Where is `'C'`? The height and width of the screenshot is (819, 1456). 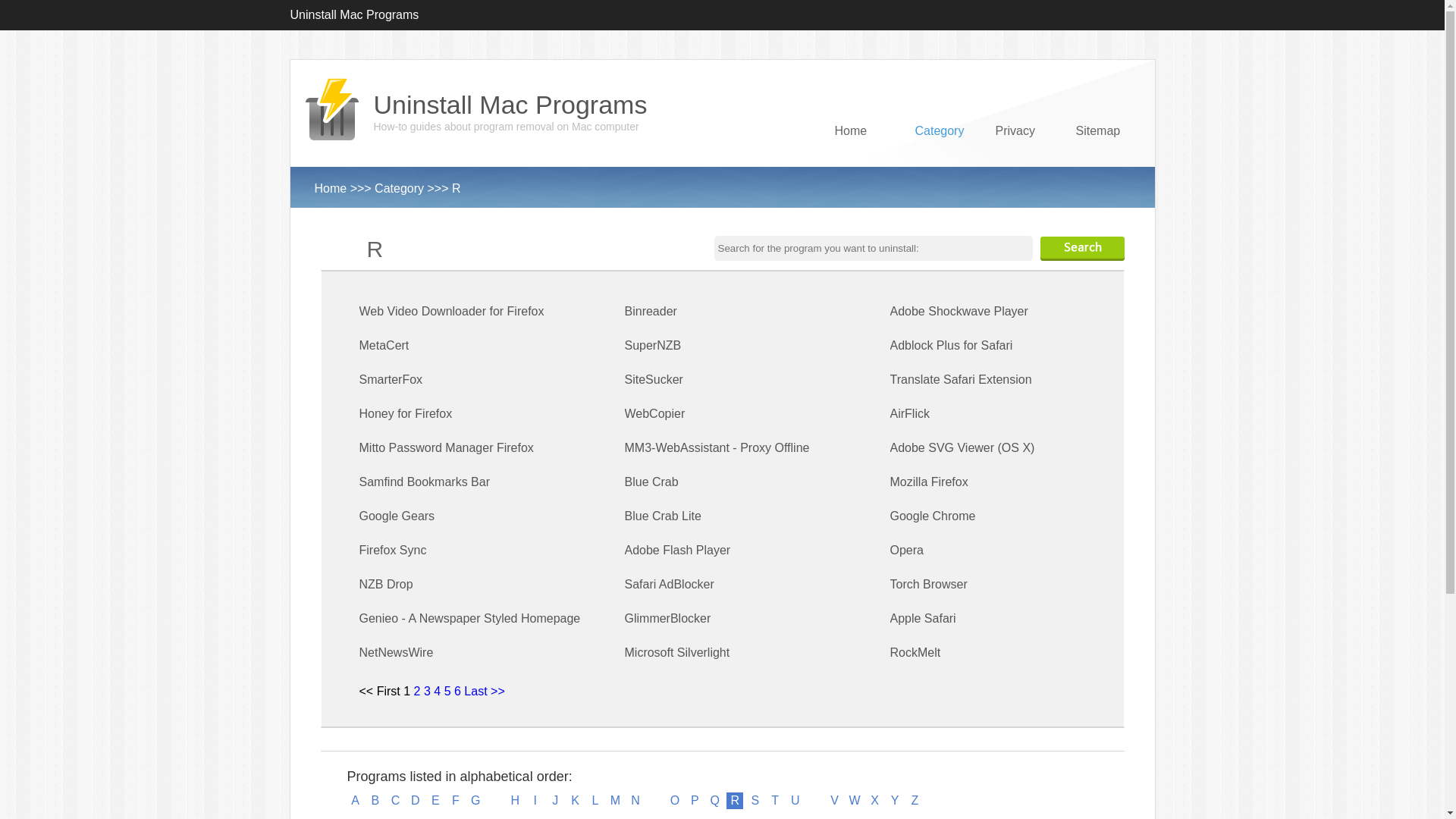
'C' is located at coordinates (395, 800).